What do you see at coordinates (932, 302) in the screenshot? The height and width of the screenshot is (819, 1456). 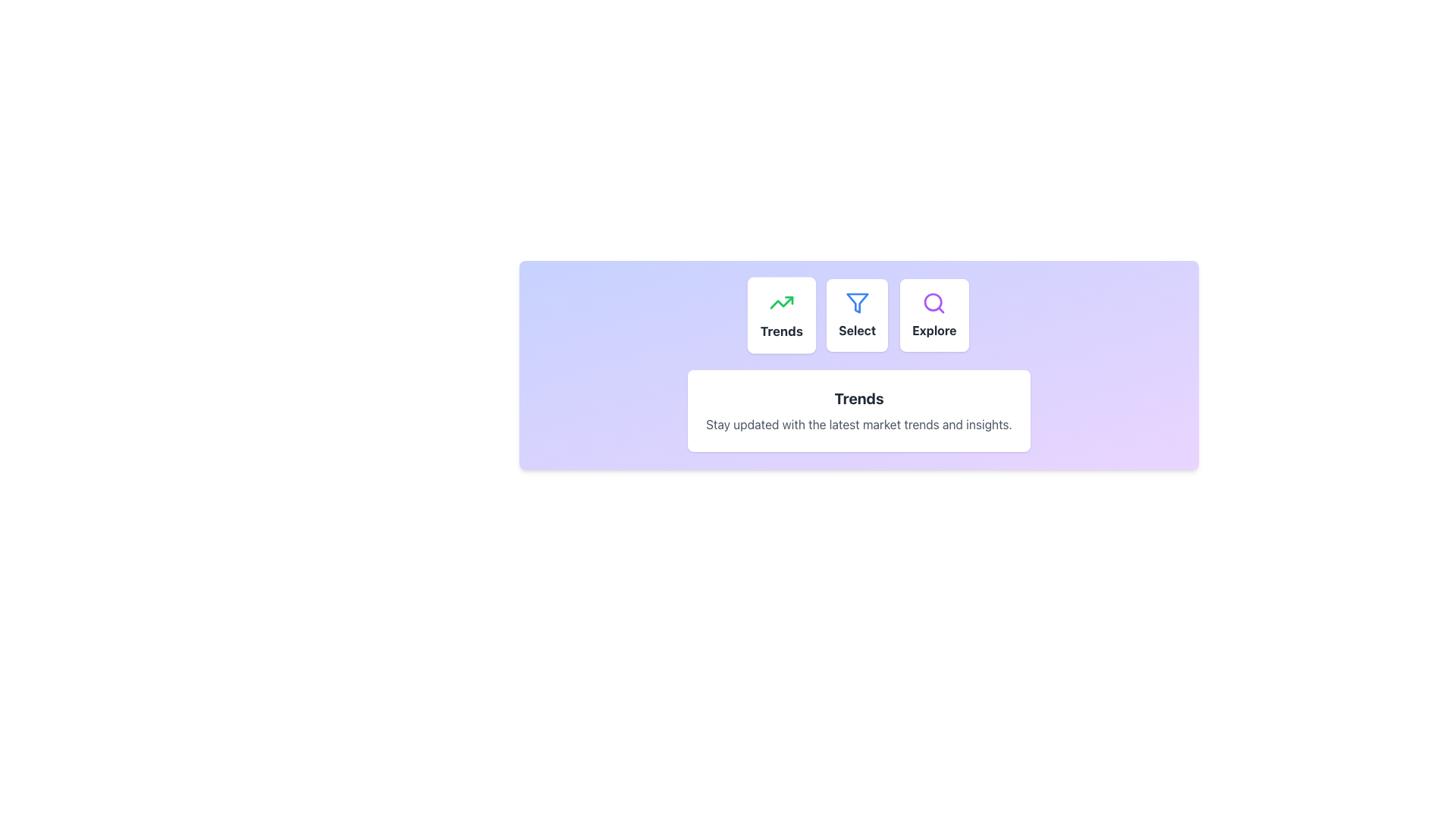 I see `the inner boundary circle of the magnifying glass lens within the 'Explore' icon, which is the third icon in the row of 'Trends', 'Select', and 'Explore'` at bounding box center [932, 302].